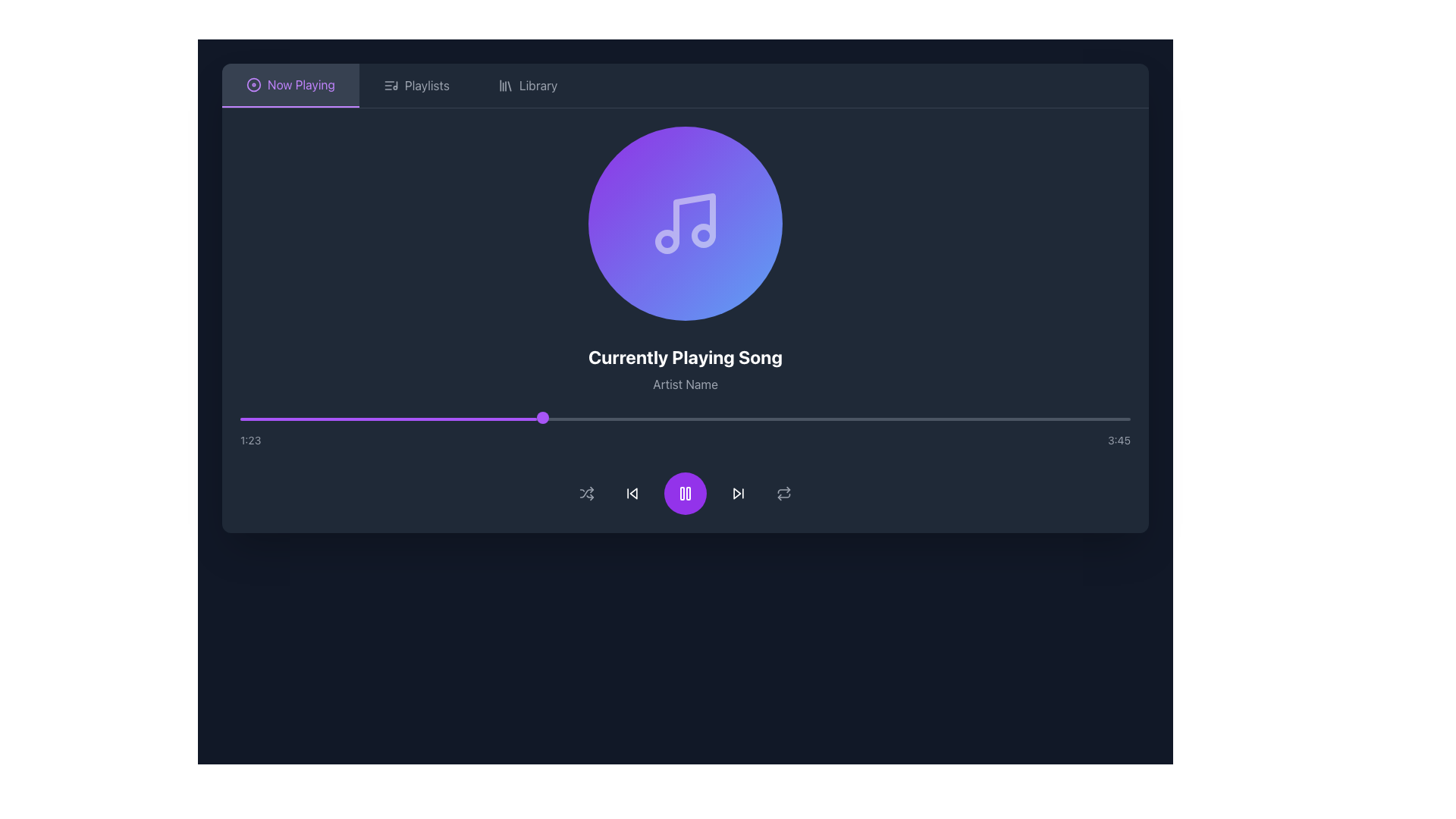  I want to click on the clickable circular button with a purple background and a white pause icon, so click(684, 494).